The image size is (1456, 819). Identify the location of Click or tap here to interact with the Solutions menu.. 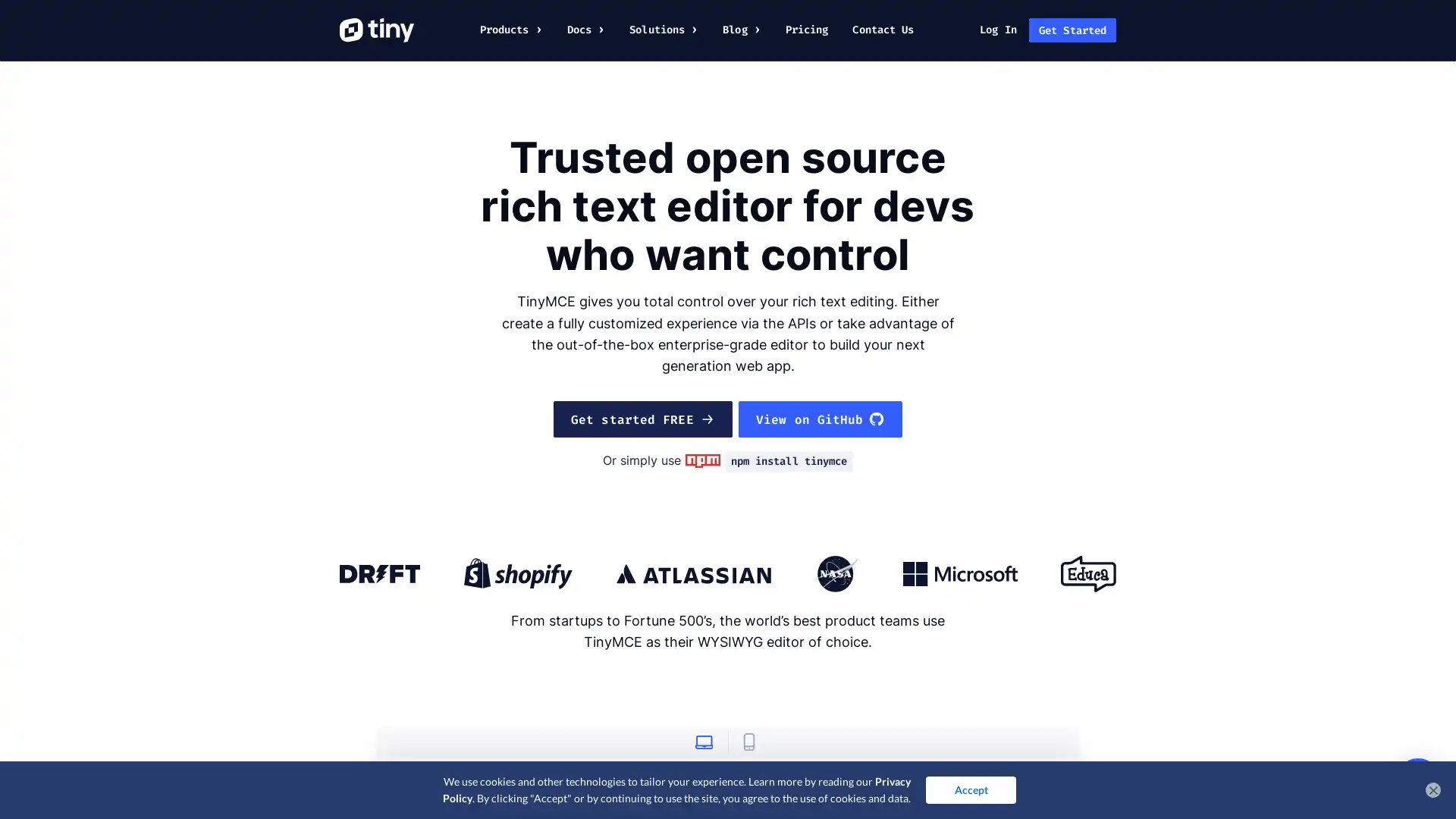
(664, 30).